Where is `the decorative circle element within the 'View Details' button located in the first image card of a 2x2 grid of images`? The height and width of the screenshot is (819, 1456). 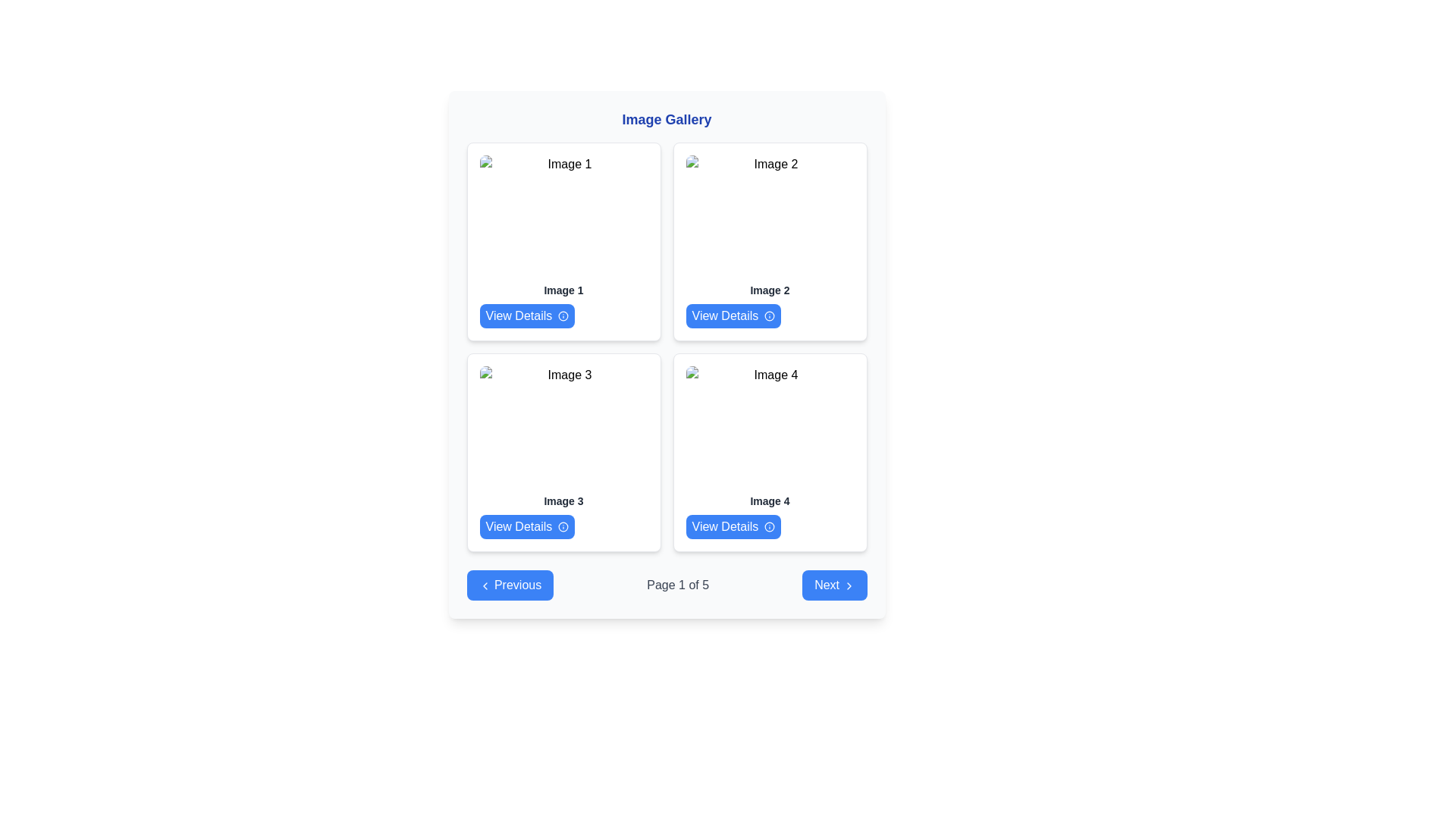 the decorative circle element within the 'View Details' button located in the first image card of a 2x2 grid of images is located at coordinates (563, 315).